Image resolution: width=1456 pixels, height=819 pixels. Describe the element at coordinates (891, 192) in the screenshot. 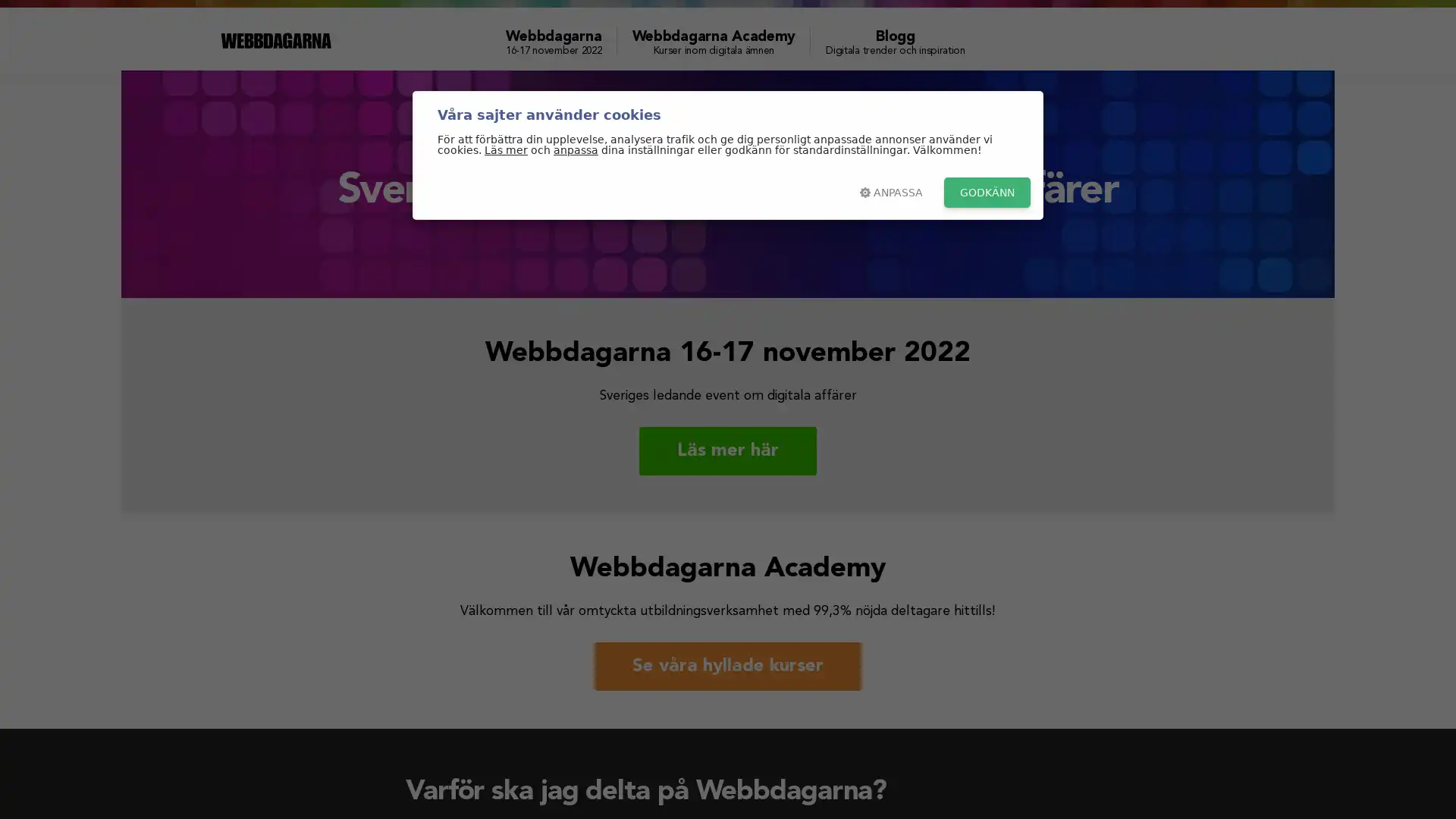

I see `INSTALLNINGAR:ANPASSA` at that location.